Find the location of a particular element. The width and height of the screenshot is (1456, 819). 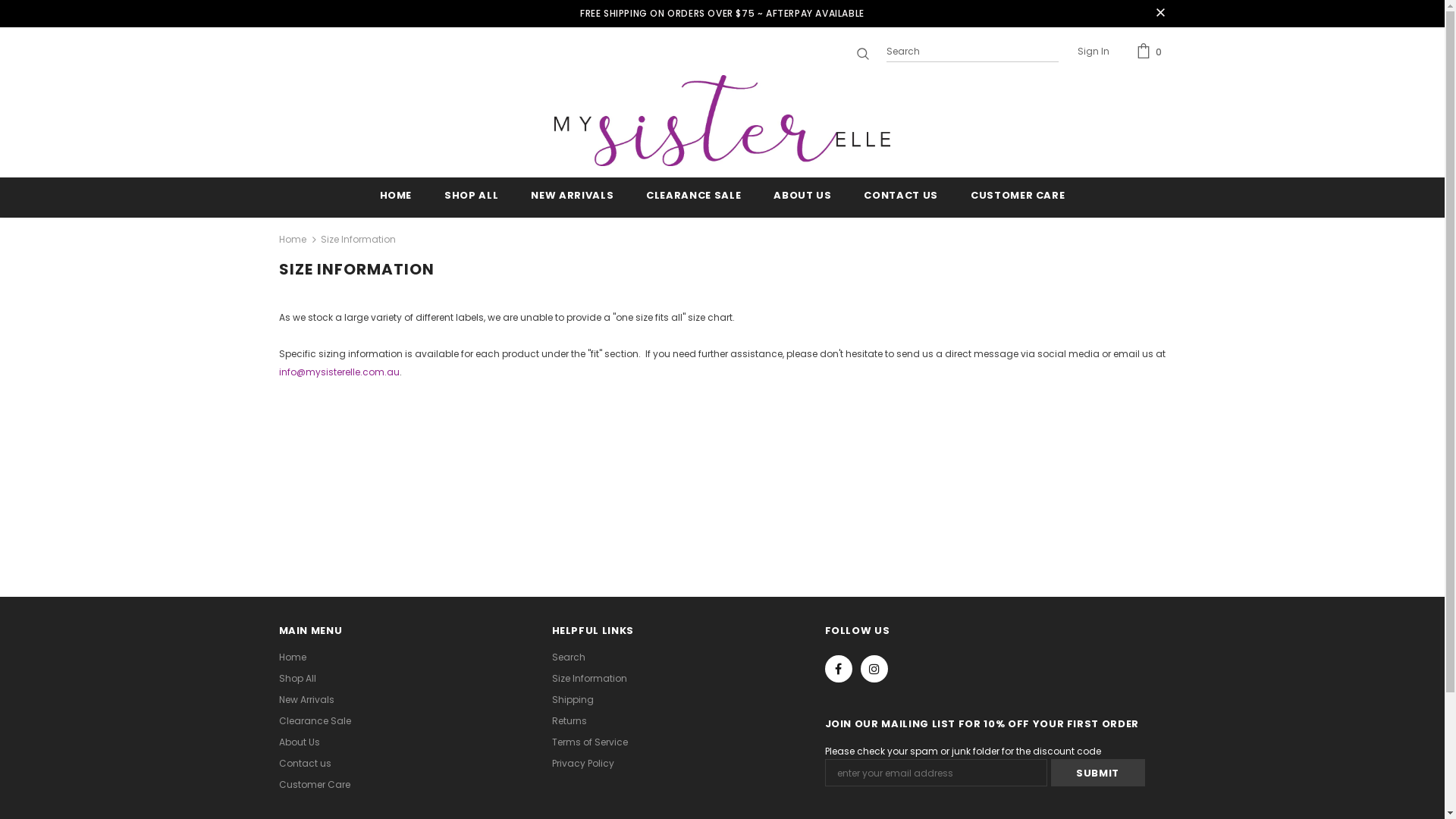

'Terms of Service' is located at coordinates (551, 742).